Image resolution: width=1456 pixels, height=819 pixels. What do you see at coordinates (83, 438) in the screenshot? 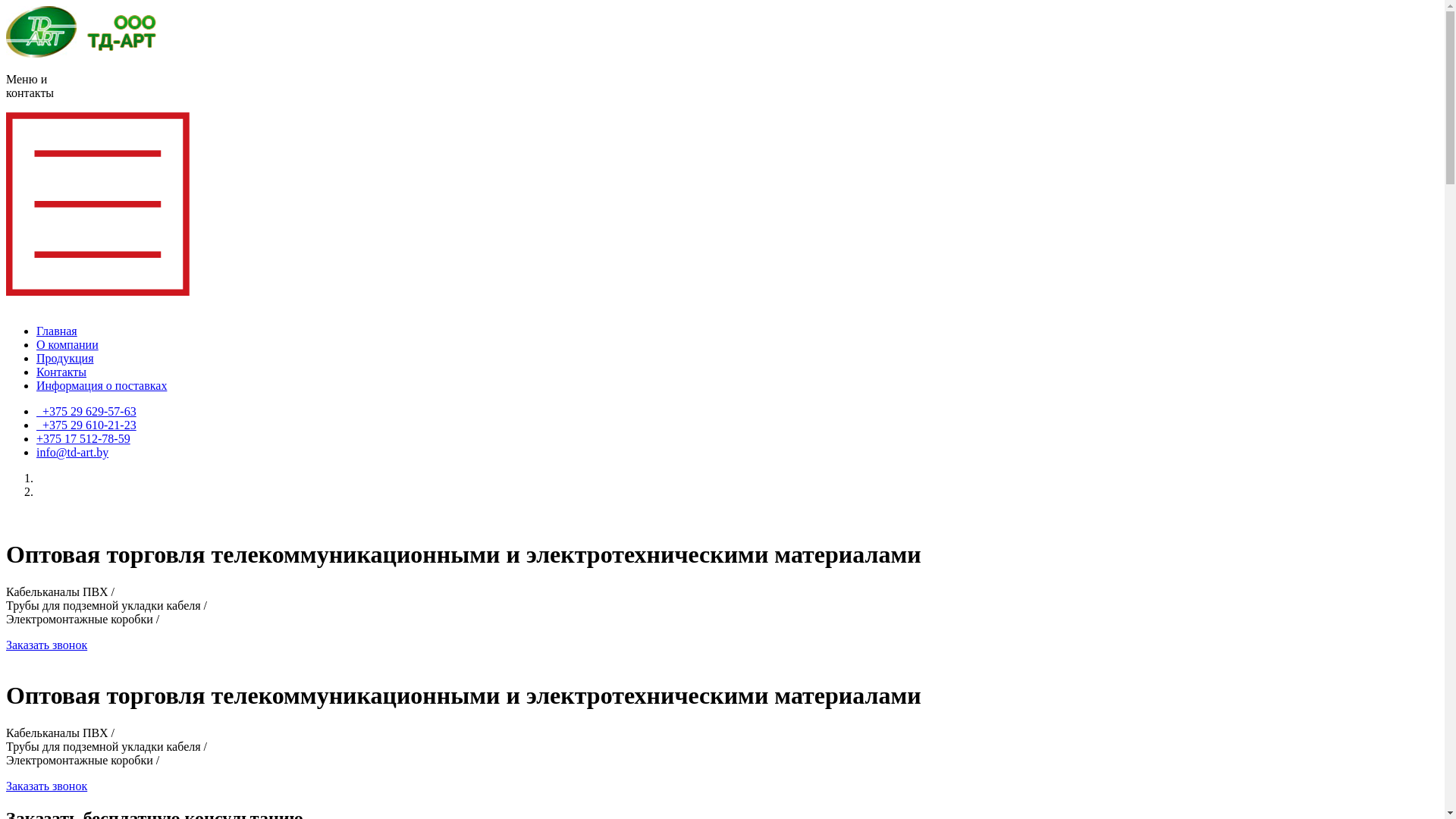
I see `'+375 17 512-78-59'` at bounding box center [83, 438].